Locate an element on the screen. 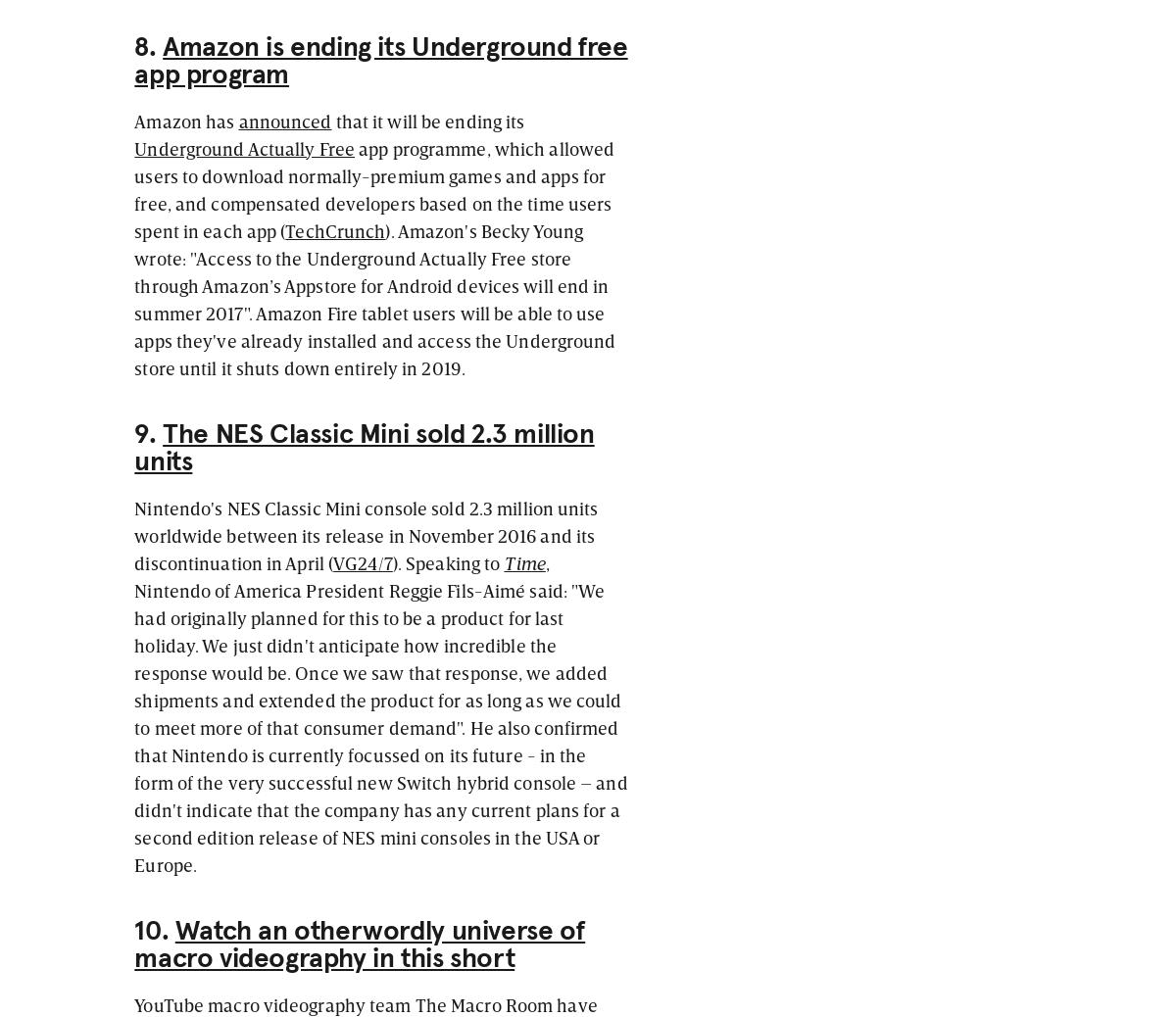  'Amazon is ending its Underground free app program' is located at coordinates (380, 59).